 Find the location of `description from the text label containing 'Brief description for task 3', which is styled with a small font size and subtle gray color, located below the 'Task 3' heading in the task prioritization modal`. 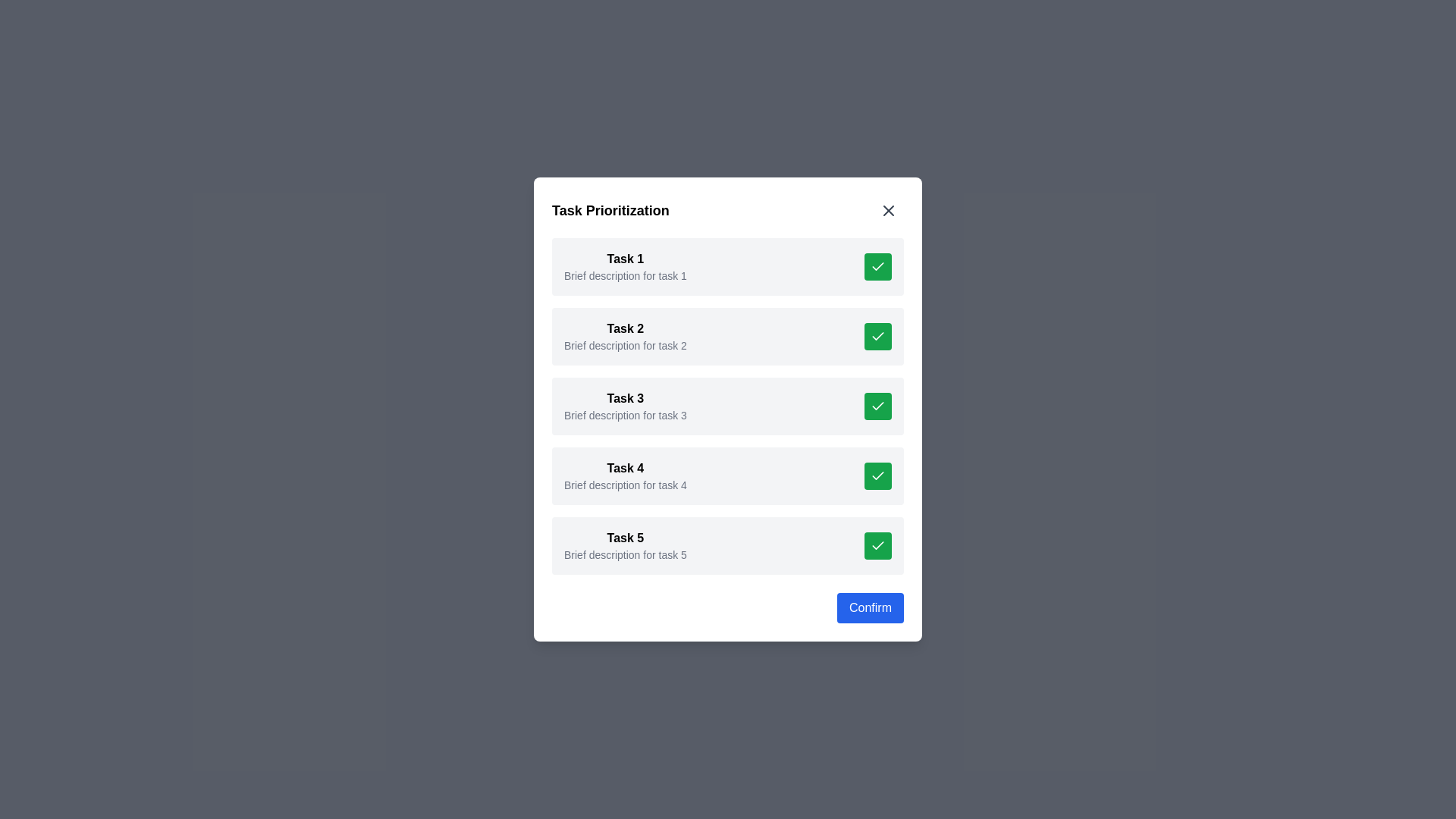

description from the text label containing 'Brief description for task 3', which is styled with a small font size and subtle gray color, located below the 'Task 3' heading in the task prioritization modal is located at coordinates (626, 415).